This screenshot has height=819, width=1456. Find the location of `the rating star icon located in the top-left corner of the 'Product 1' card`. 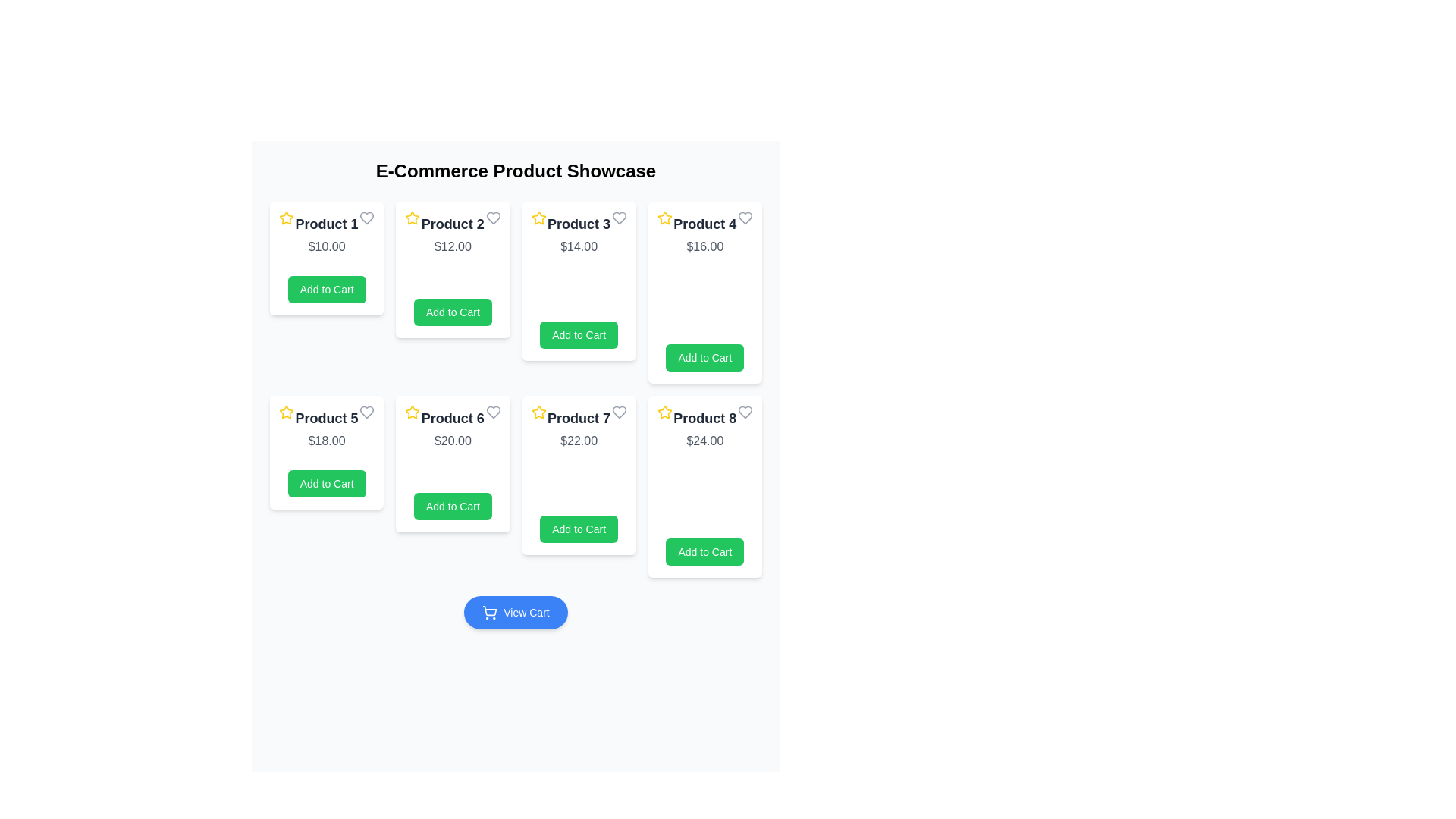

the rating star icon located in the top-left corner of the 'Product 1' card is located at coordinates (287, 218).